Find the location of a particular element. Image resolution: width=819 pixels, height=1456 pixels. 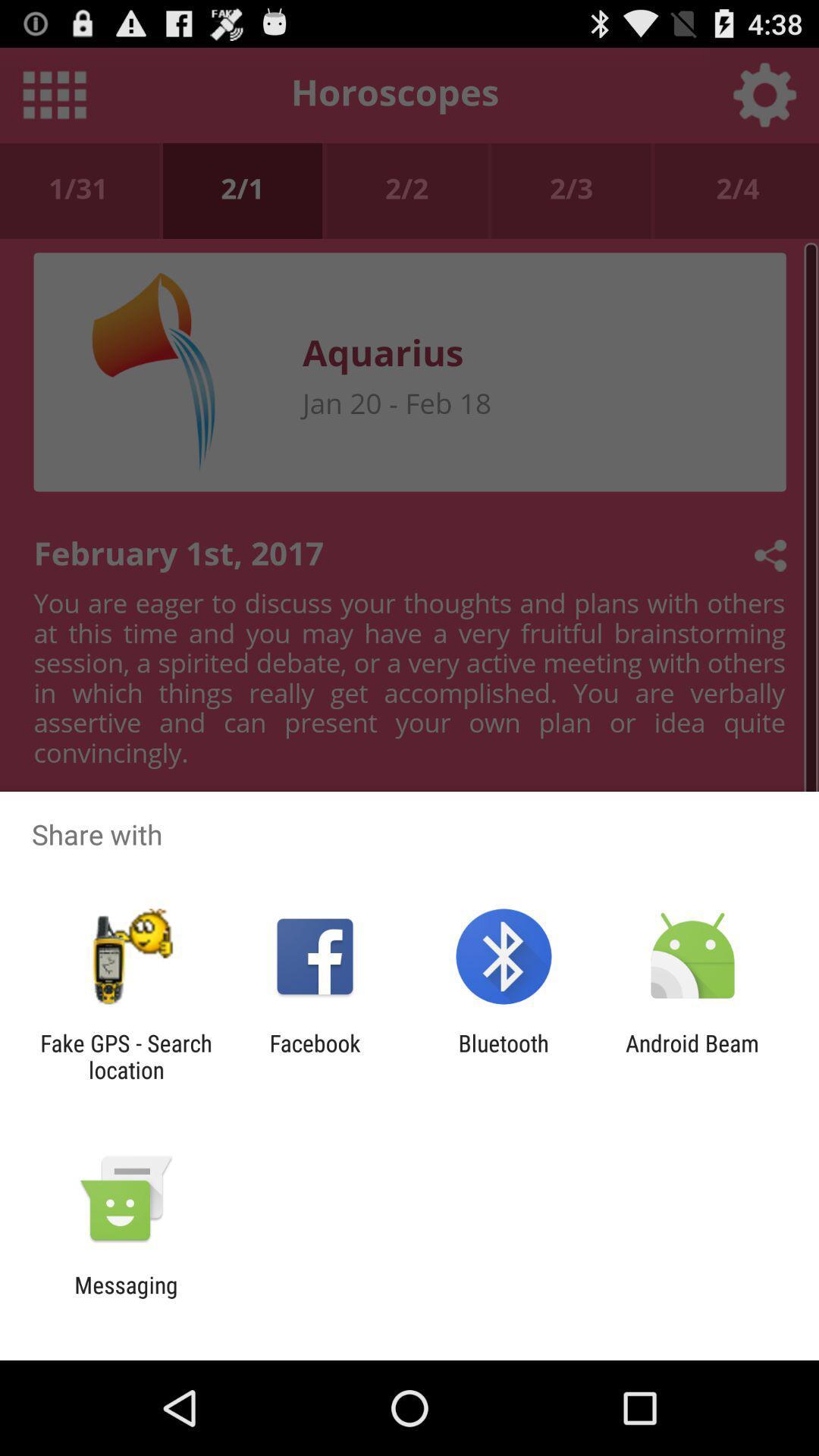

item to the left of the android beam item is located at coordinates (504, 1056).